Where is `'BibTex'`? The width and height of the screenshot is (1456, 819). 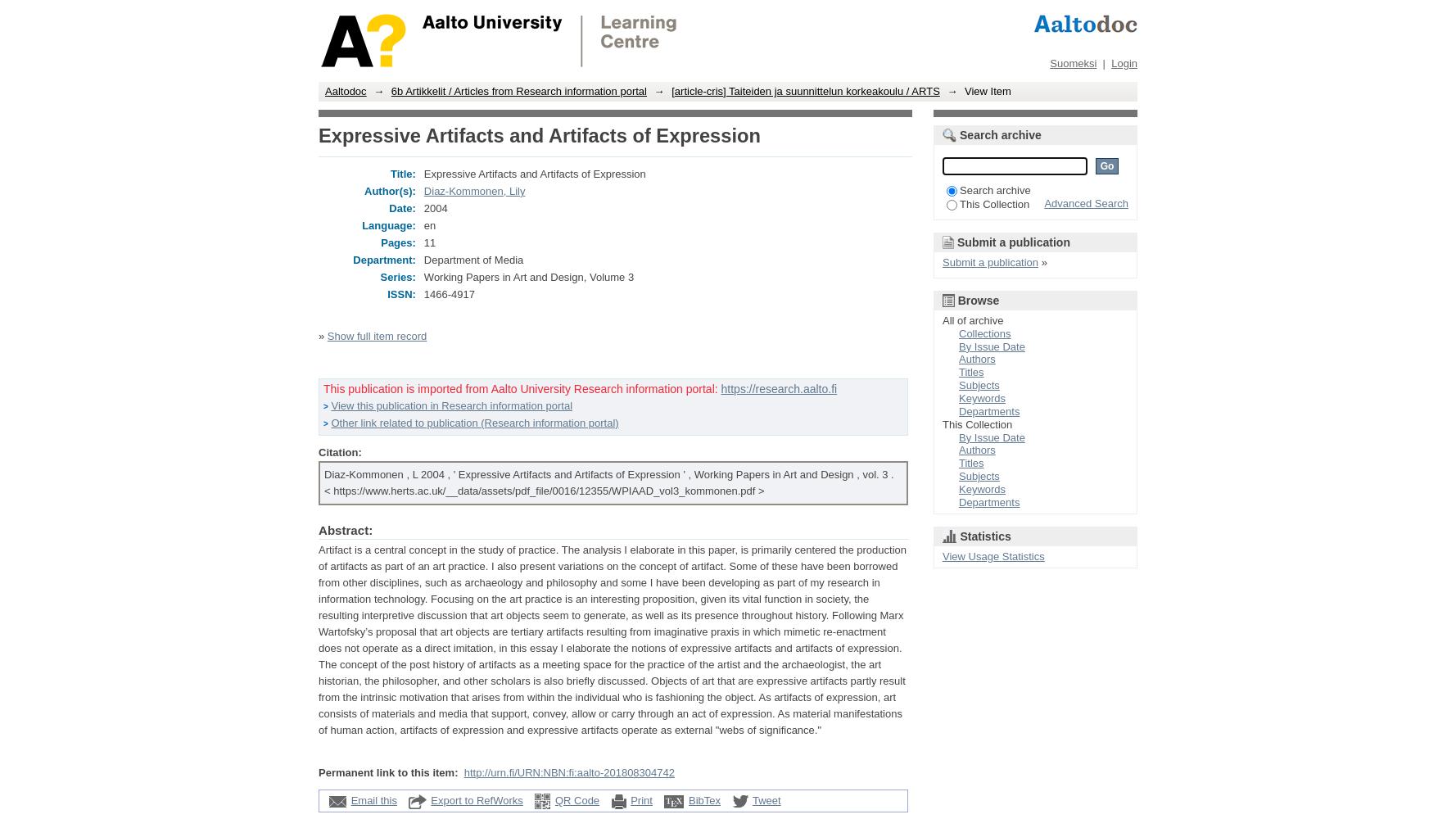 'BibTex' is located at coordinates (687, 799).